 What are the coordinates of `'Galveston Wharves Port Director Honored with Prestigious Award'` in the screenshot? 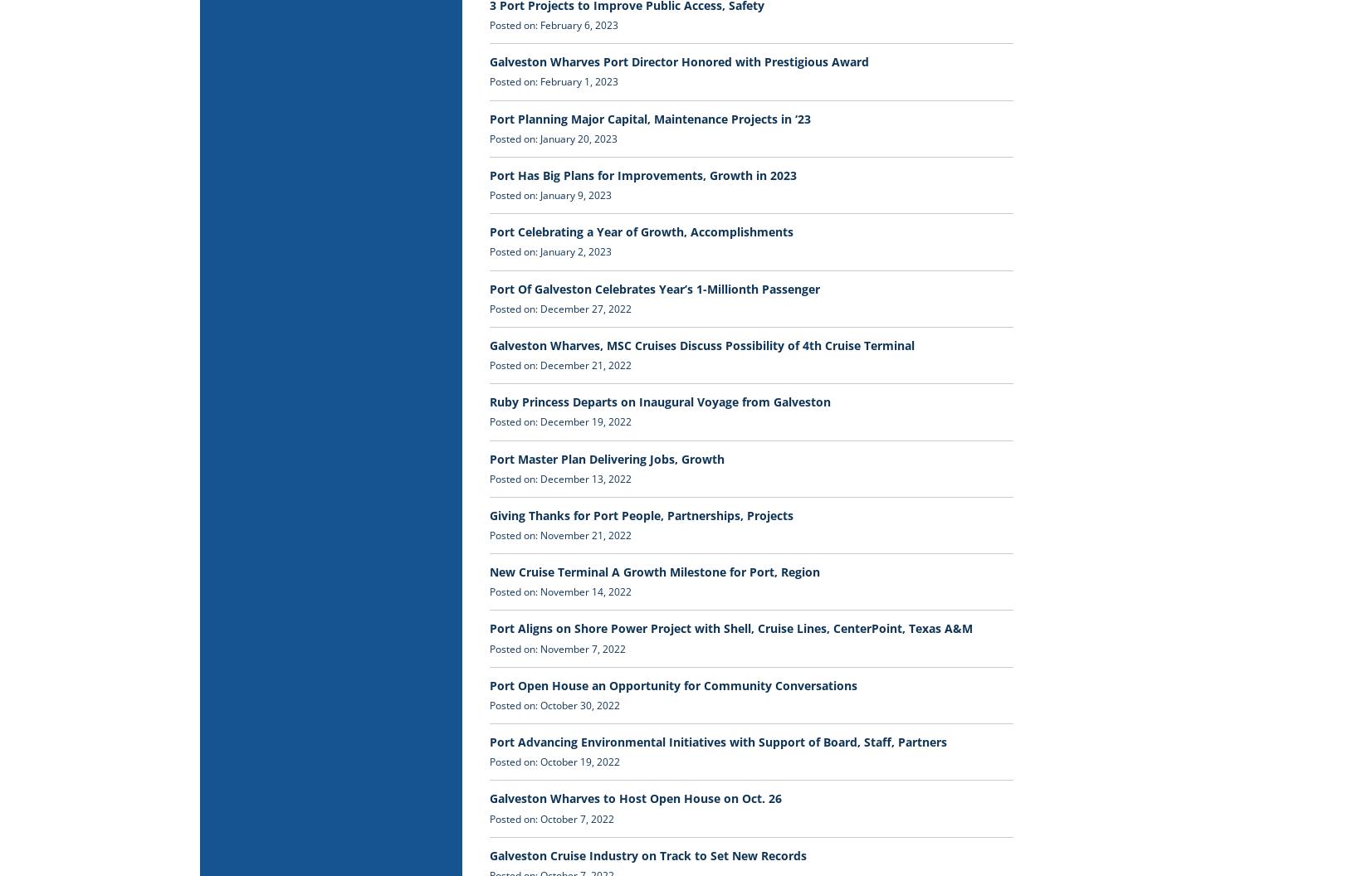 It's located at (678, 61).